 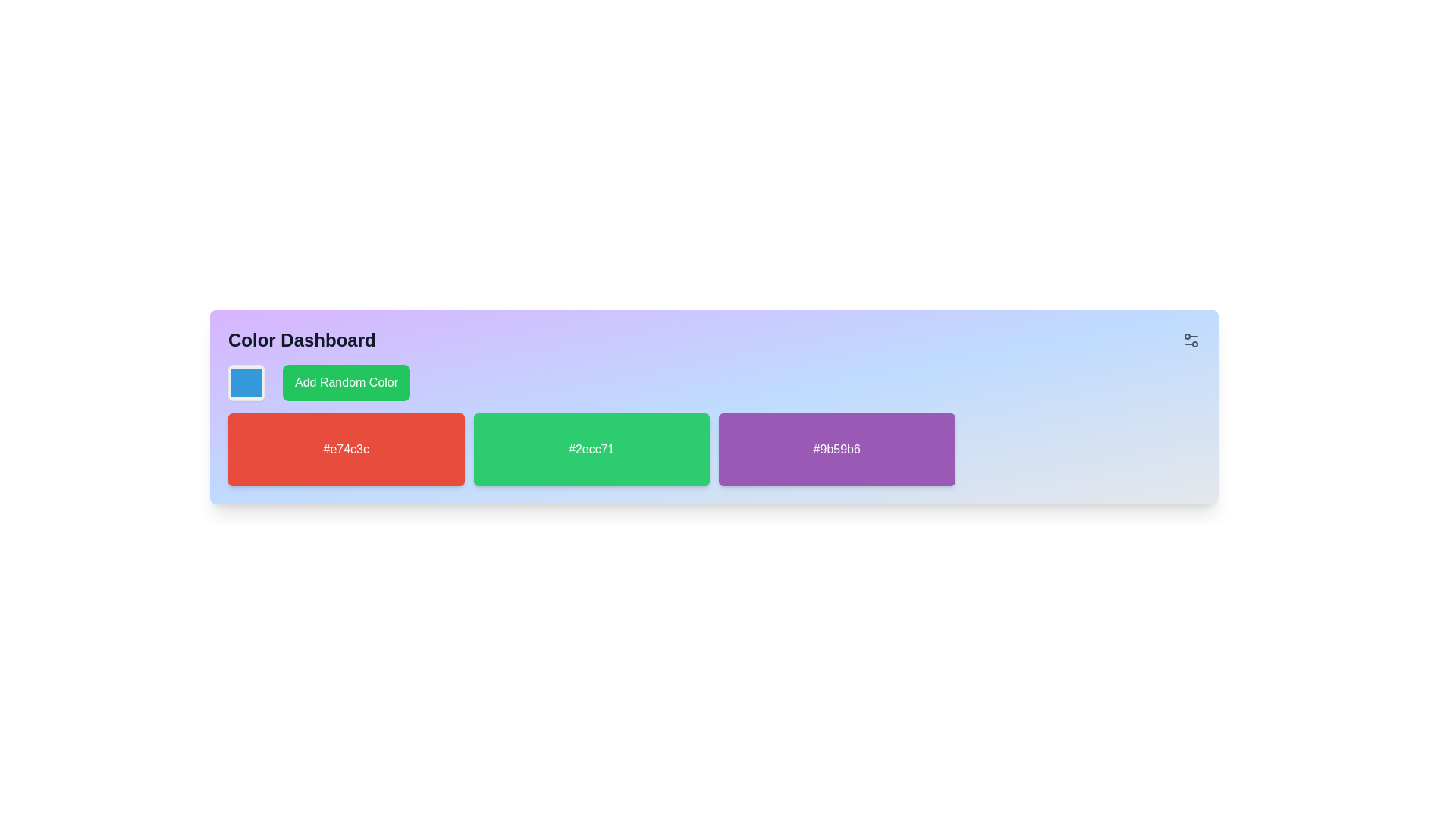 I want to click on the first button in the horizontal grid with a red background and white text displaying '#e74c3c', so click(x=345, y=449).